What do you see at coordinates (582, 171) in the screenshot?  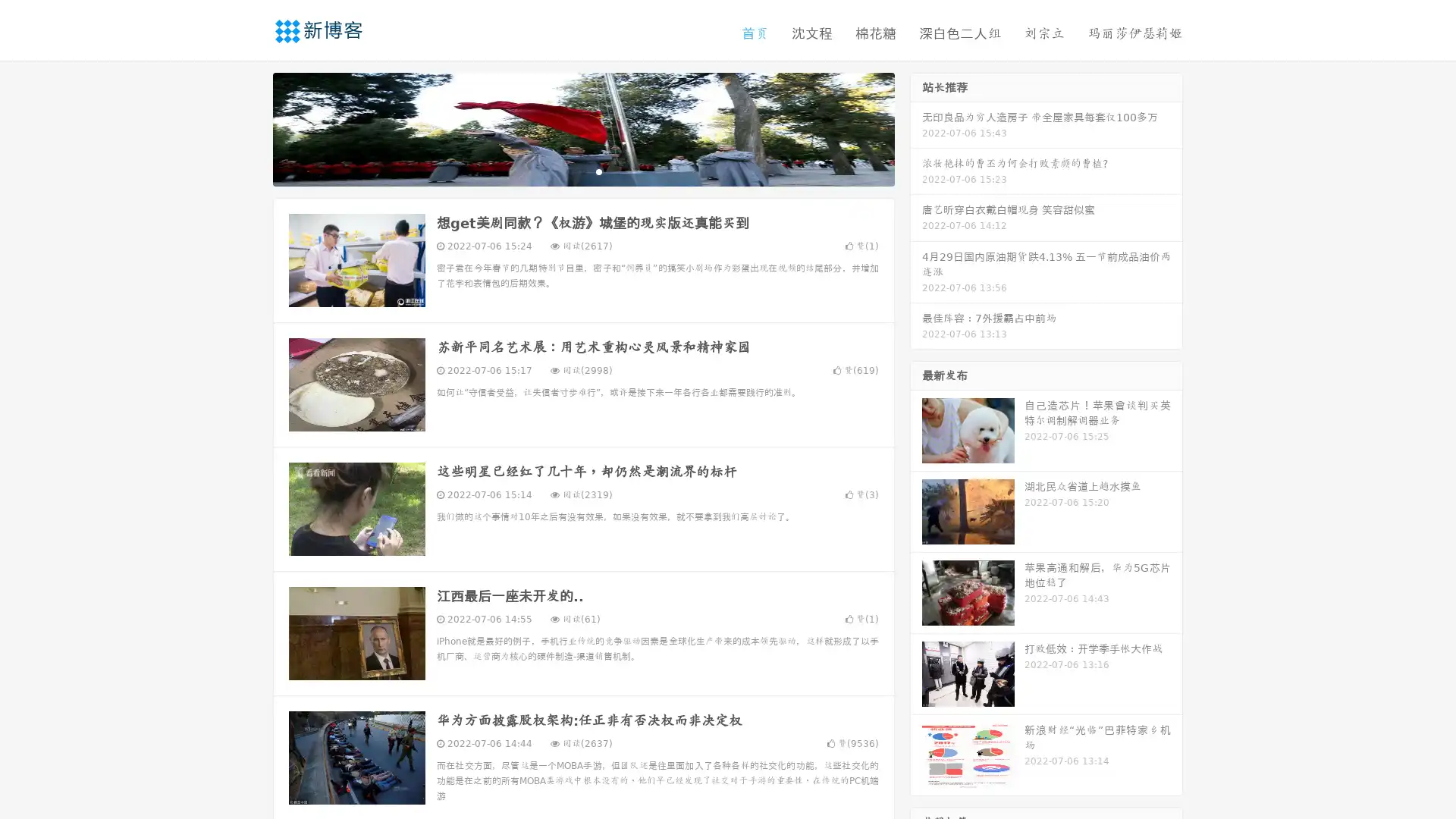 I see `Go to slide 2` at bounding box center [582, 171].